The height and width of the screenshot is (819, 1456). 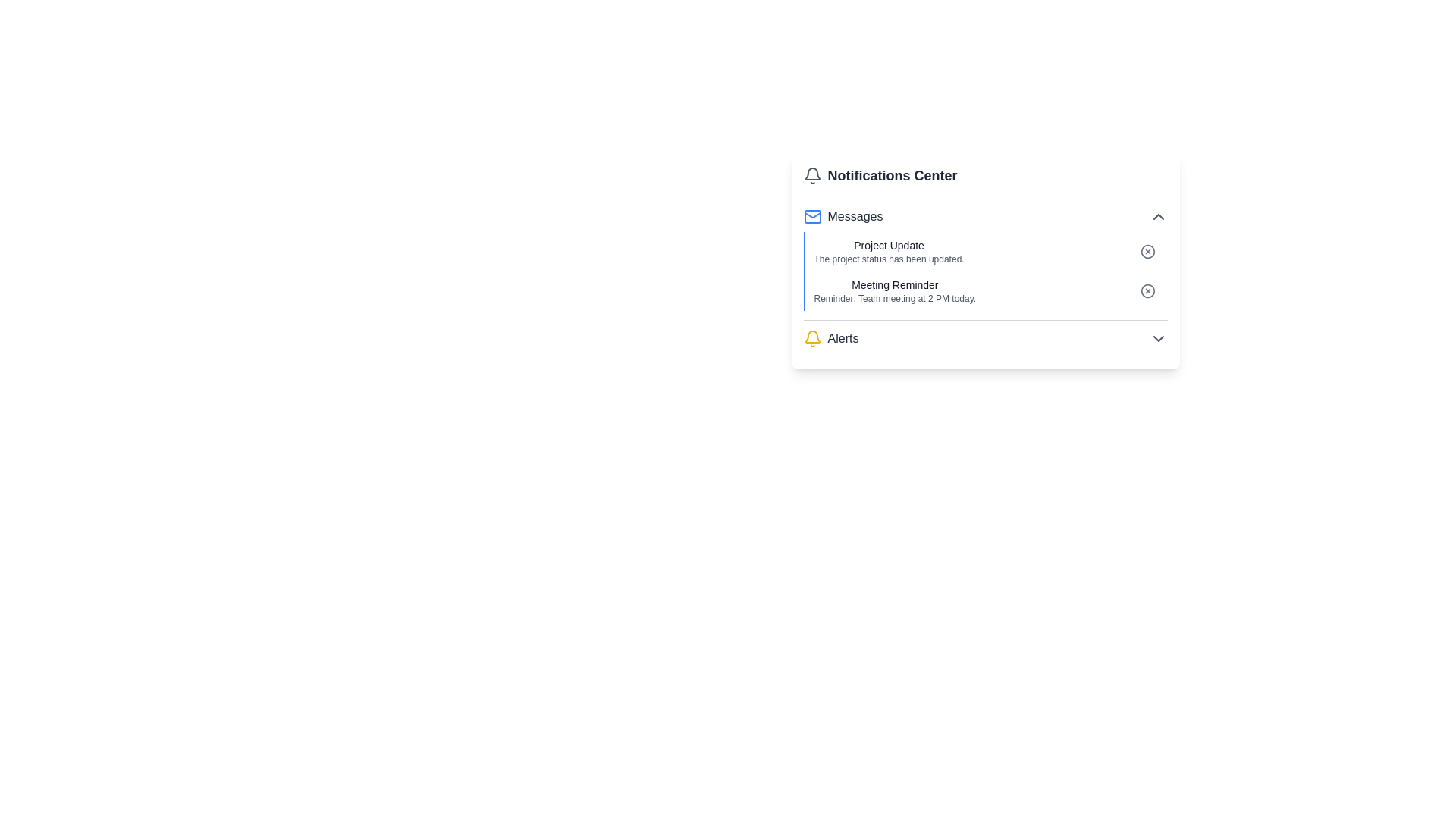 I want to click on the text label displaying 'Meeting Reminder' located in the 'Messages' section of the 'Notifications Center' panel, so click(x=895, y=284).